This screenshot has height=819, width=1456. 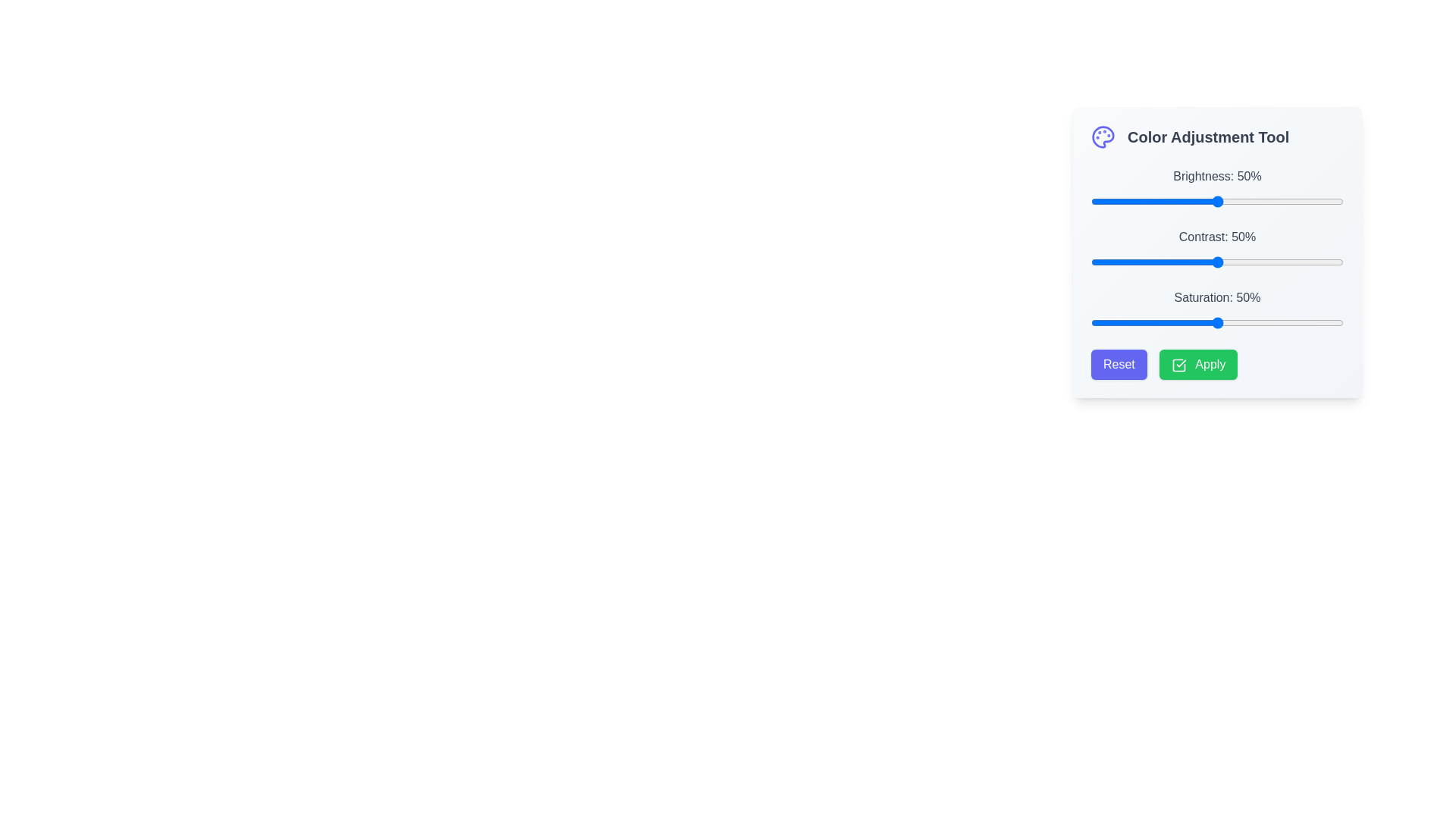 What do you see at coordinates (1186, 322) in the screenshot?
I see `saturation` at bounding box center [1186, 322].